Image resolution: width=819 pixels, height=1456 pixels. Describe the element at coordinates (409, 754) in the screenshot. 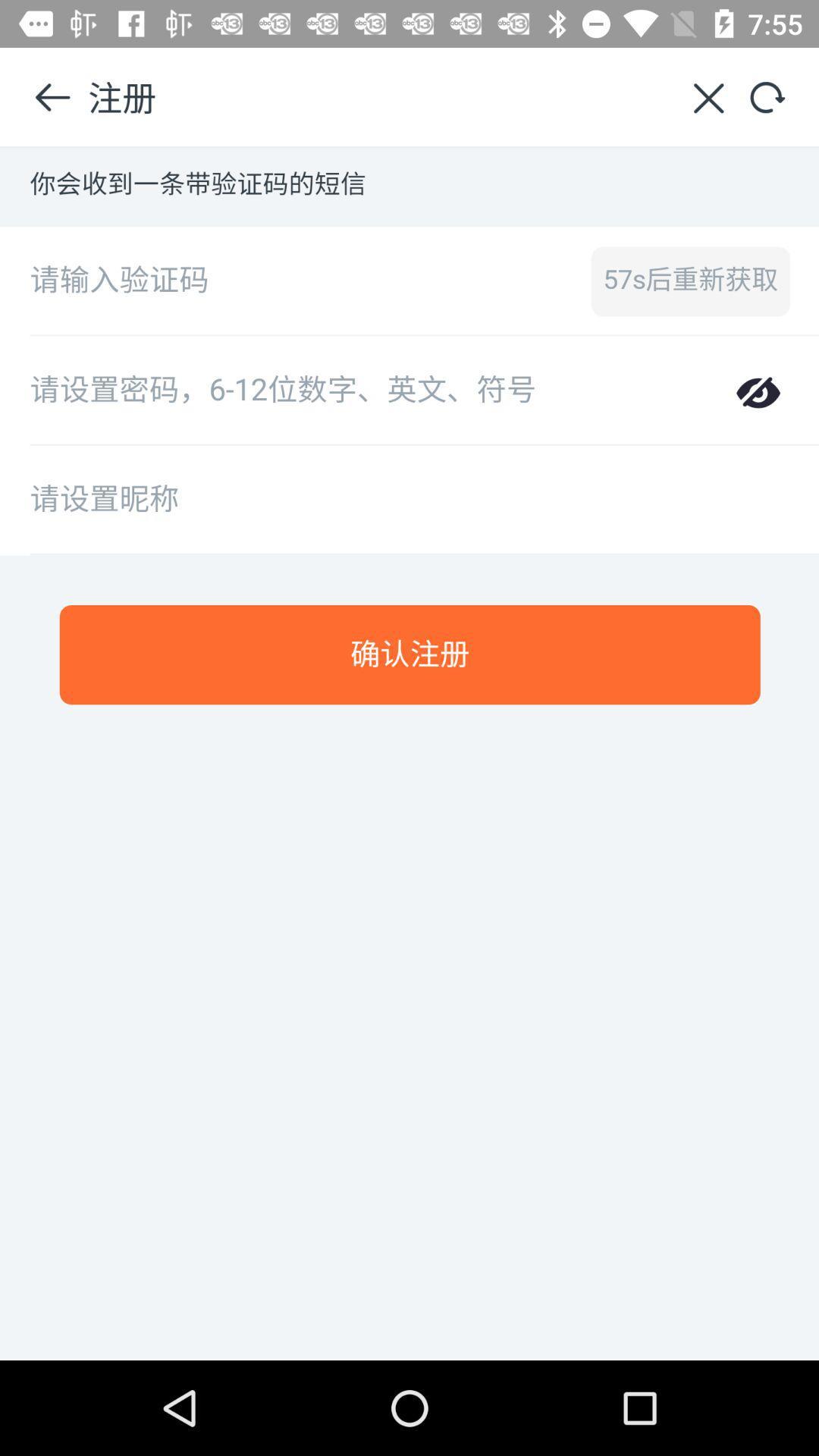

I see `main image screen` at that location.